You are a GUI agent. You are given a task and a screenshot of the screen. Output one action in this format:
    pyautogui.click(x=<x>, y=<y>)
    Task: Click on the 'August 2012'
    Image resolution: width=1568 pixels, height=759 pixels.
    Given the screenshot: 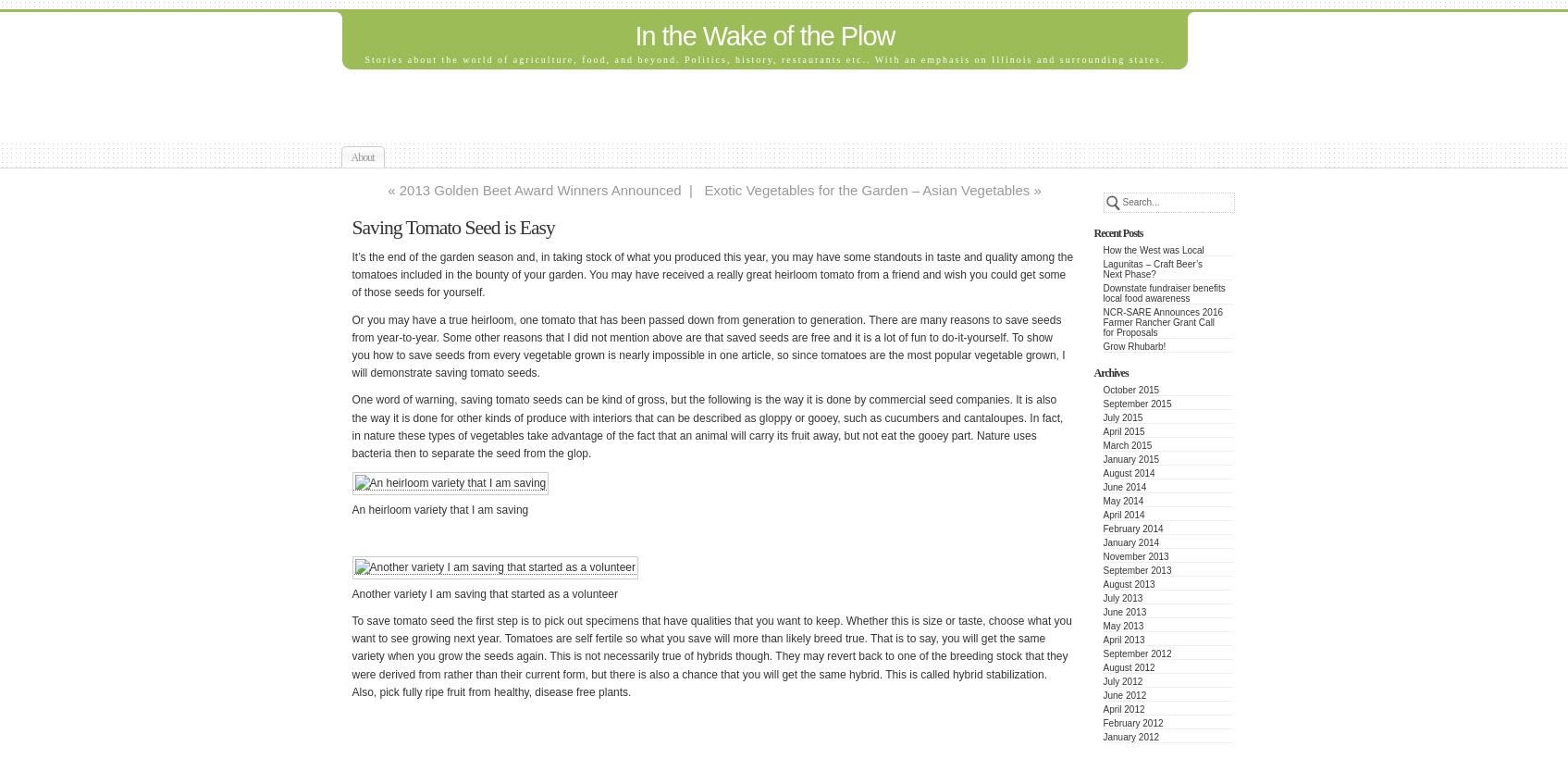 What is the action you would take?
    pyautogui.click(x=1129, y=666)
    